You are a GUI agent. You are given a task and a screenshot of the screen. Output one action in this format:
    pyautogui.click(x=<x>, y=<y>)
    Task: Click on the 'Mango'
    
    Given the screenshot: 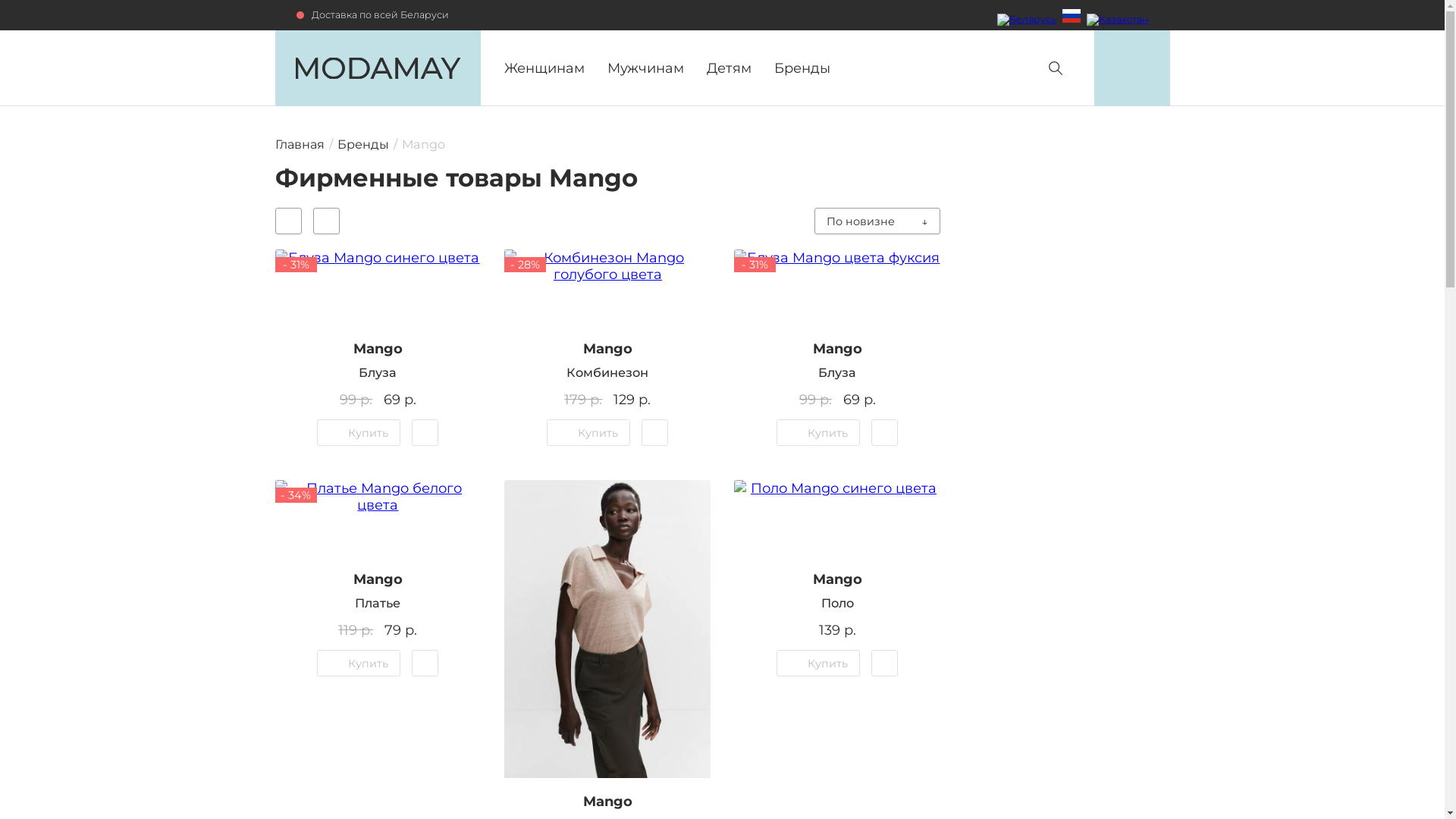 What is the action you would take?
    pyautogui.click(x=836, y=348)
    